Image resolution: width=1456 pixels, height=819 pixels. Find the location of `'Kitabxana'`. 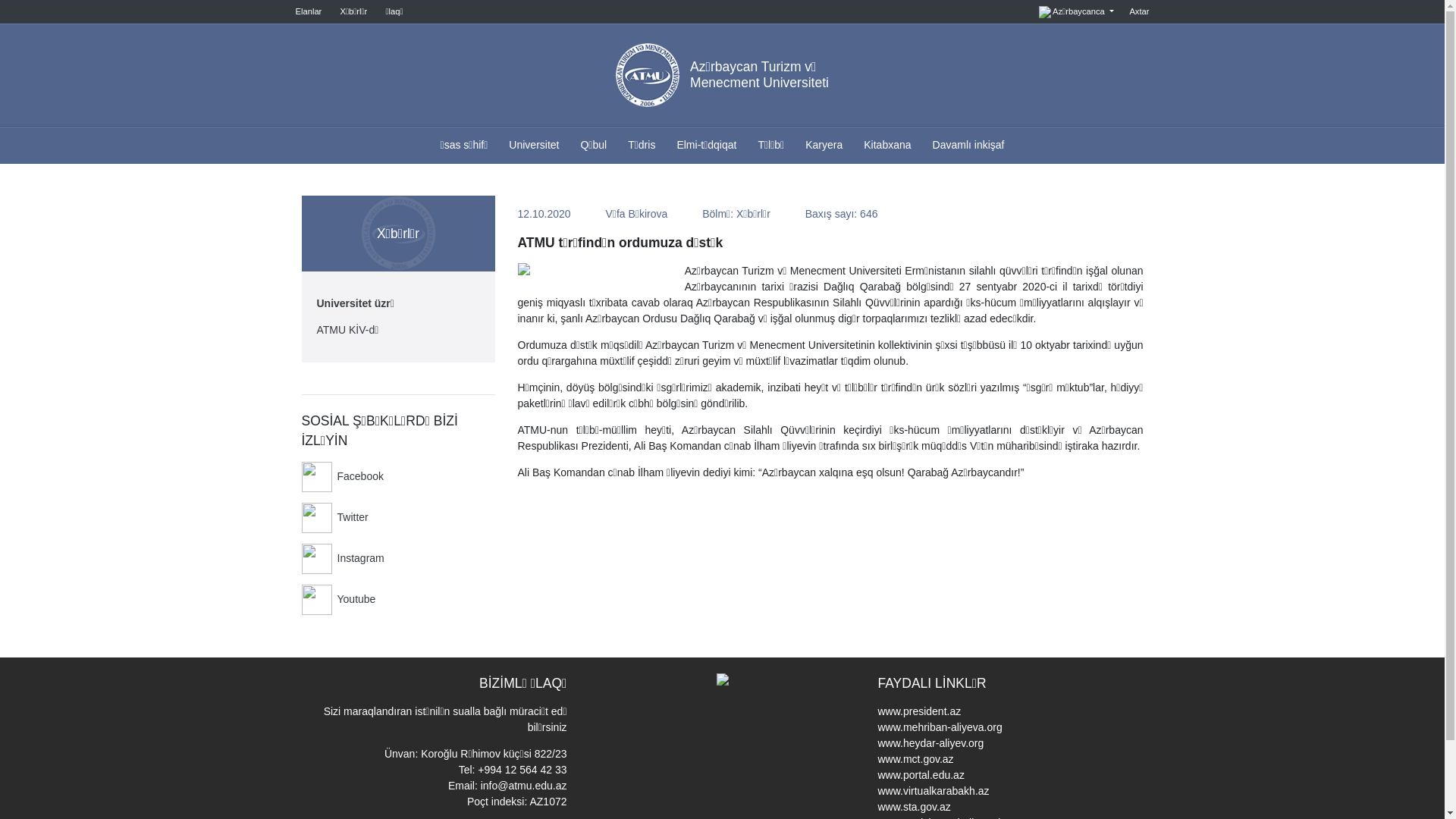

'Kitabxana' is located at coordinates (852, 145).